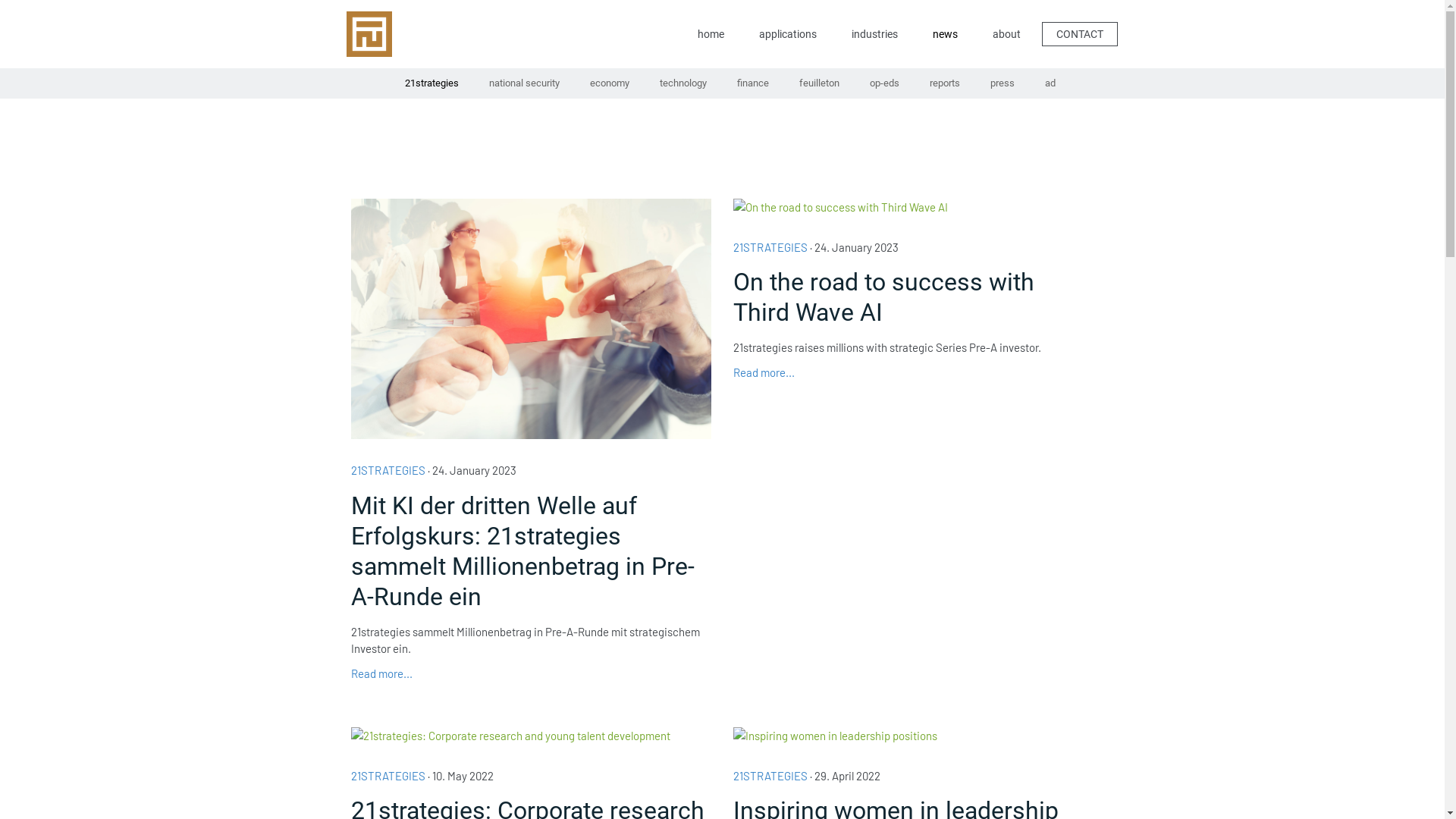 The height and width of the screenshot is (819, 1456). Describe the element at coordinates (1079, 33) in the screenshot. I see `'CONTACT'` at that location.